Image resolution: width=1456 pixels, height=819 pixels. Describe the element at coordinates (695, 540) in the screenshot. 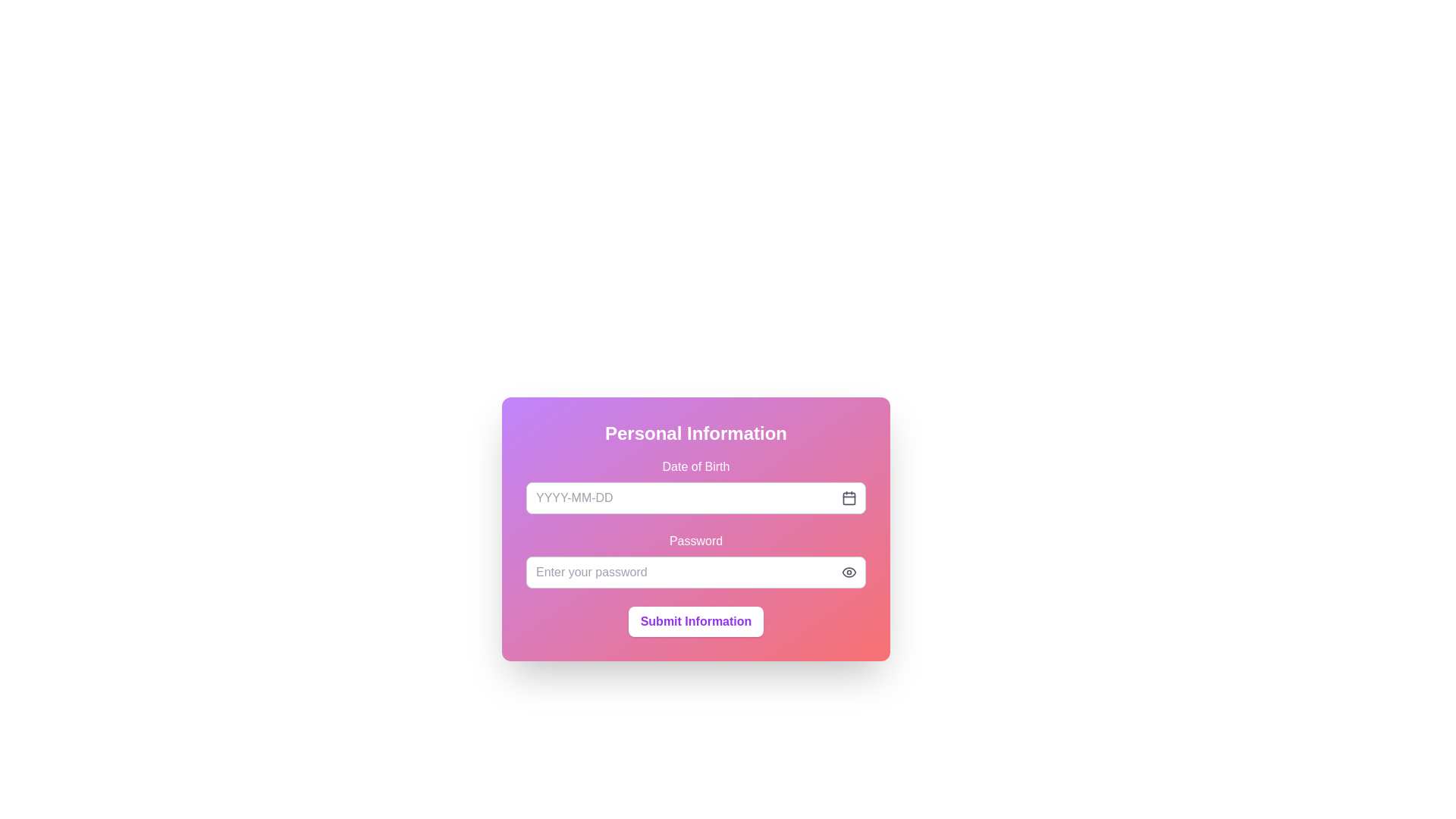

I see `the 'Password' label, which is displayed in bold white font on a gradient background, positioned above the password input field` at that location.